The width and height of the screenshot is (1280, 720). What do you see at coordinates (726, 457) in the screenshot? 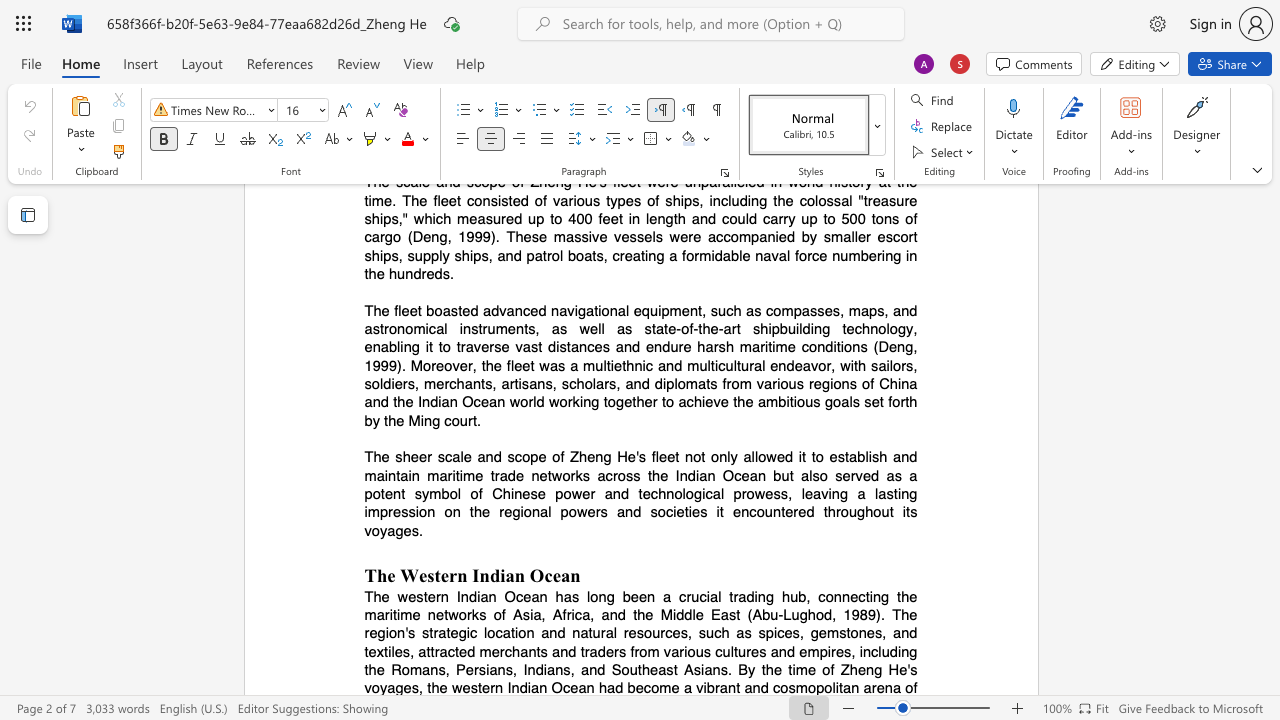
I see `the subset text "ly allowed it to" within the text "The sheer scale and scope of Zheng He"` at bounding box center [726, 457].